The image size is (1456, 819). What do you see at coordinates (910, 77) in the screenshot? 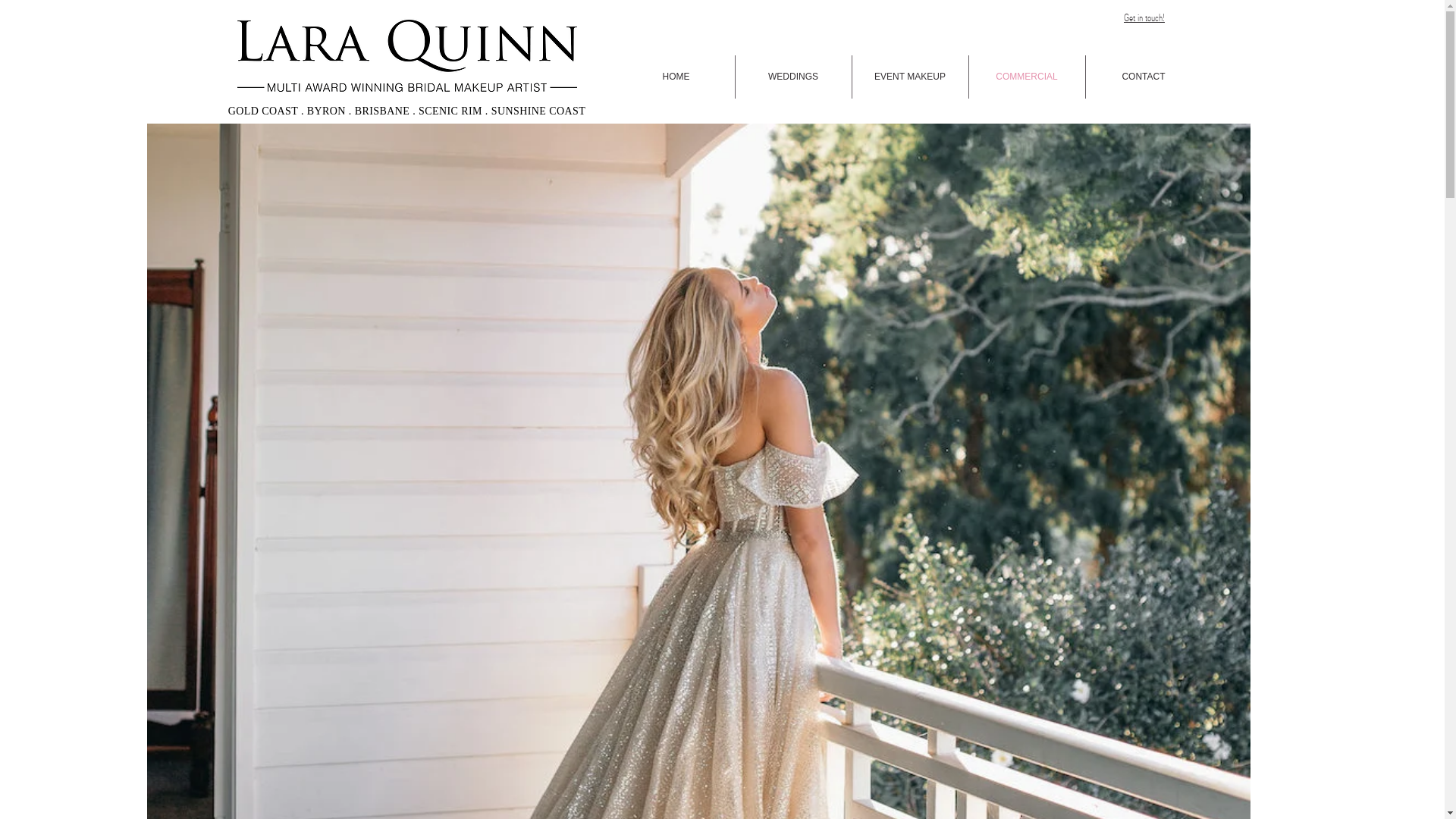
I see `'EVENT MAKEUP'` at bounding box center [910, 77].